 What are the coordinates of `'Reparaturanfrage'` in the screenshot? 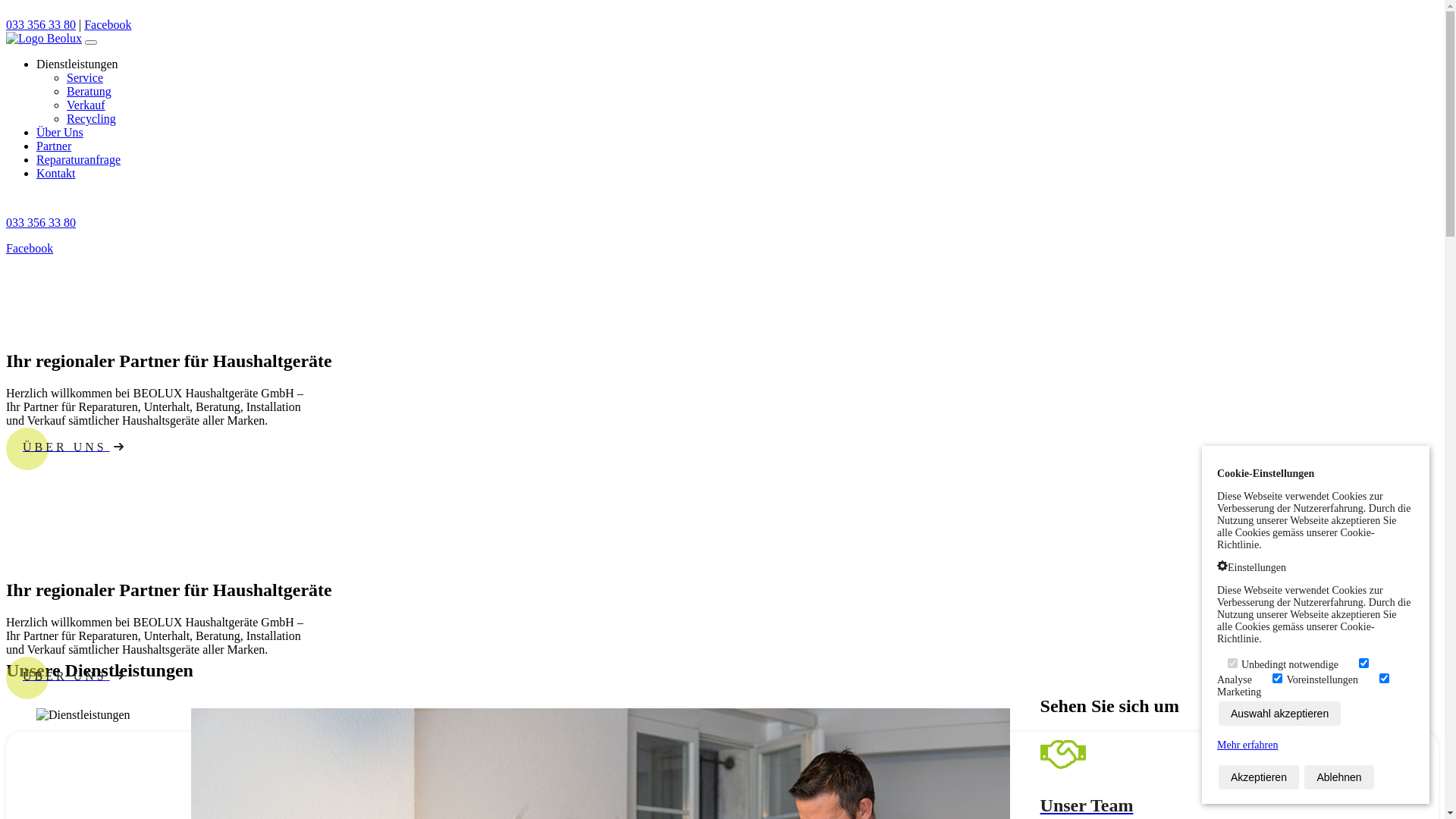 It's located at (77, 159).